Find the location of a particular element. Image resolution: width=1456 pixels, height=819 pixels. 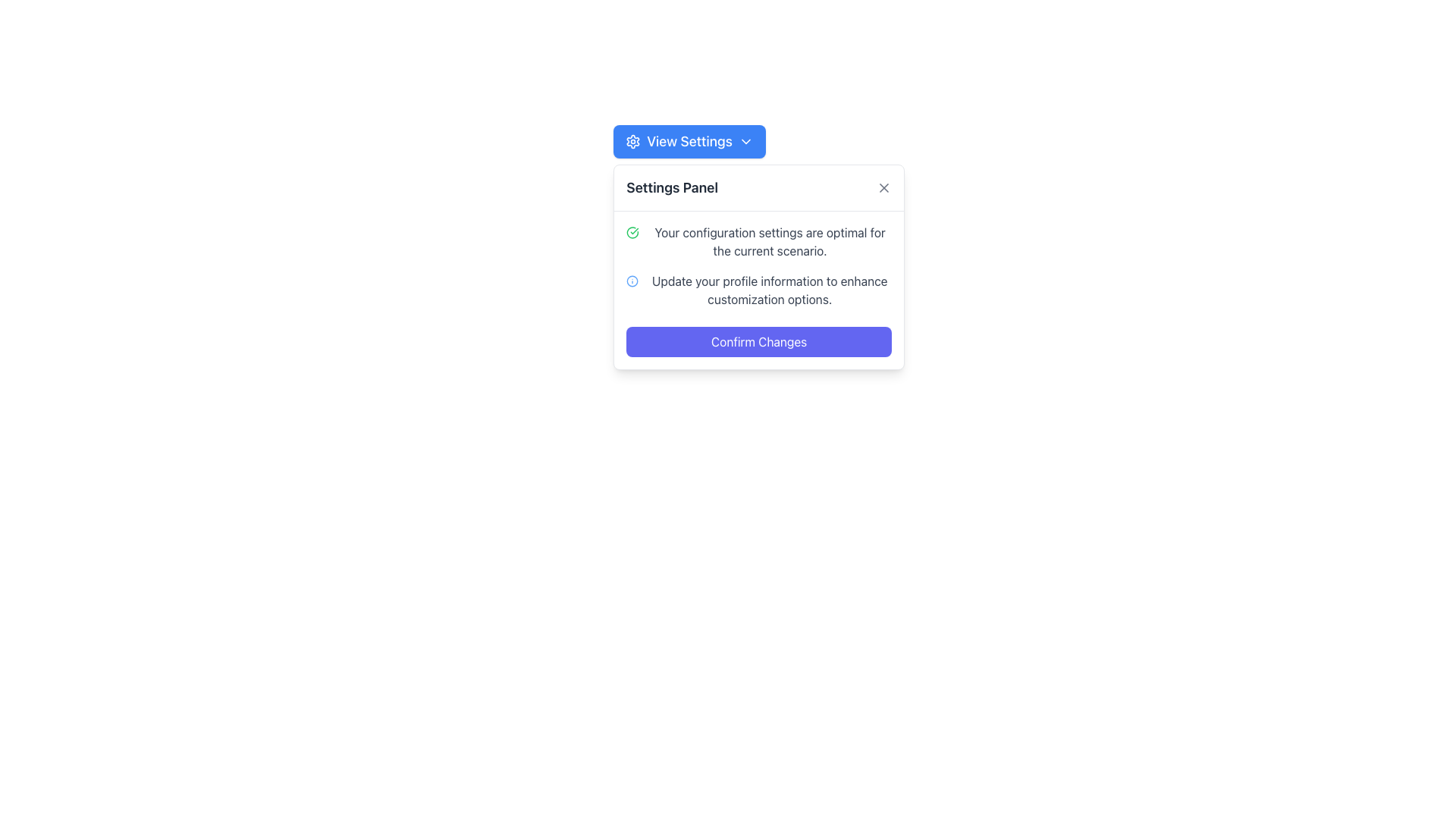

text content of the informational message located centrally within the 'Settings Panel', which includes a green check mark and a blue circular information icon is located at coordinates (759, 290).